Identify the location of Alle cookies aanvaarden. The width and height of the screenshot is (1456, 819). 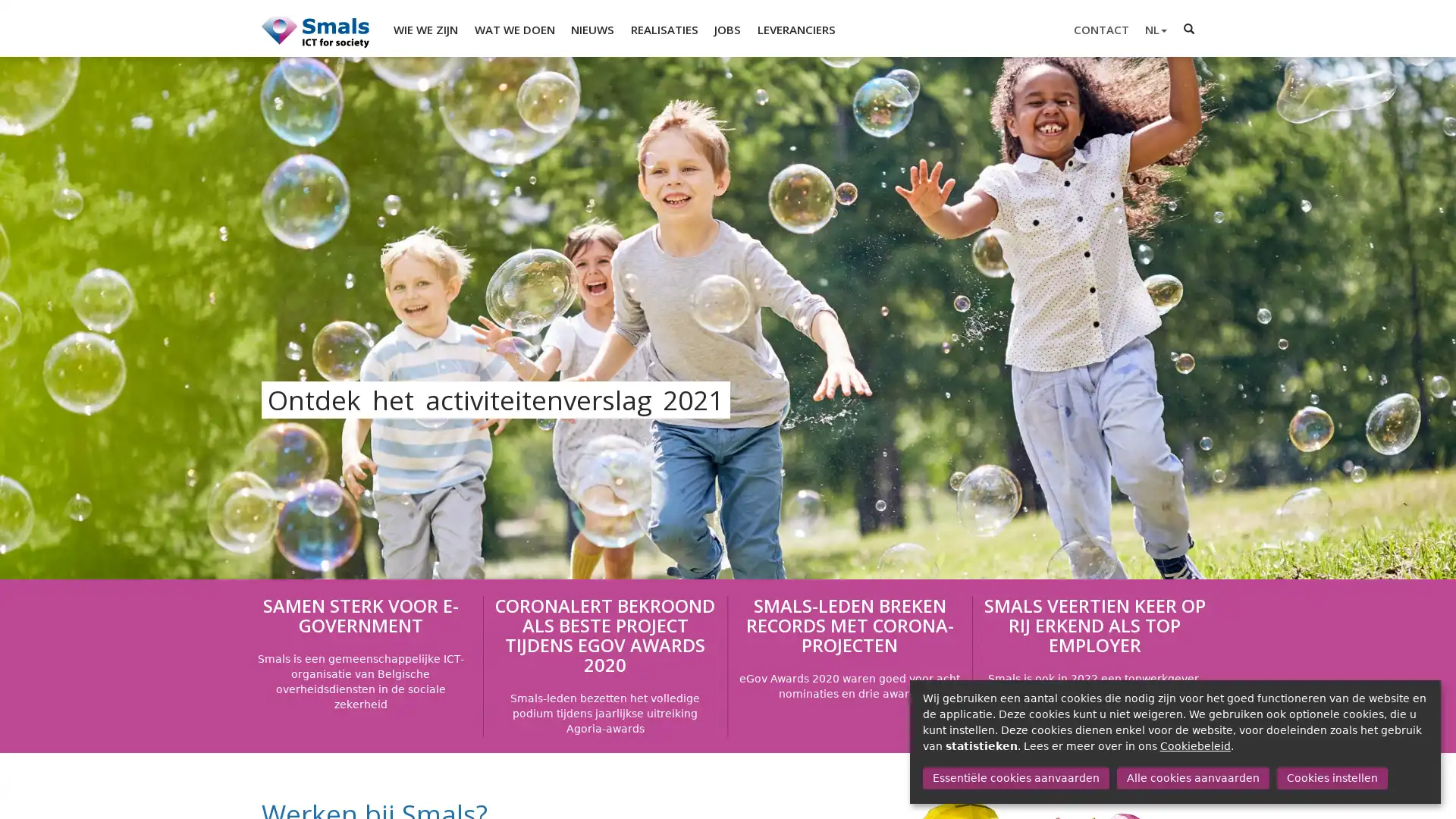
(1191, 778).